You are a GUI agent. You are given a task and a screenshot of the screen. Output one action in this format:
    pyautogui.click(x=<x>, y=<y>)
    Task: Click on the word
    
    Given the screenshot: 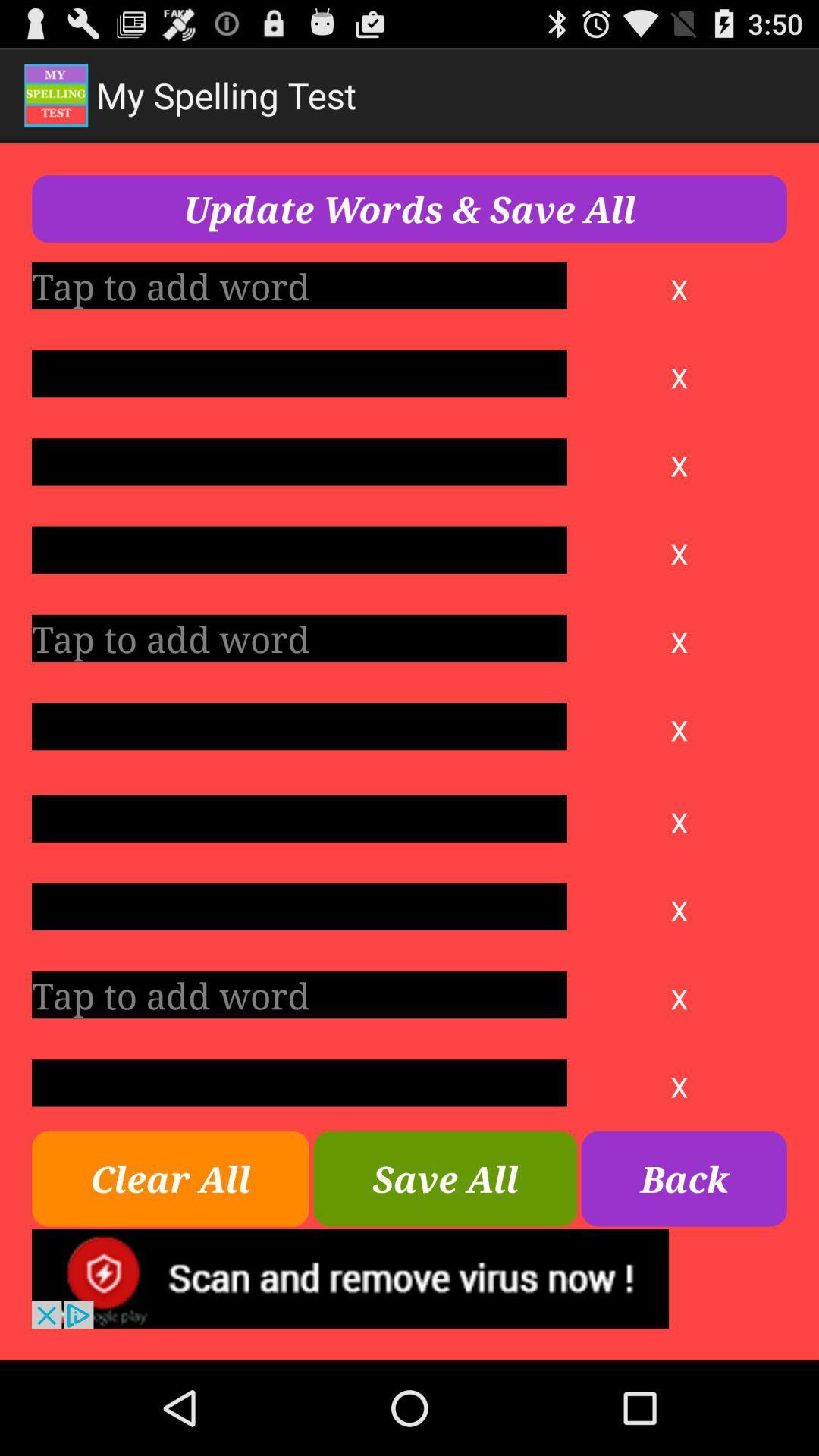 What is the action you would take?
    pyautogui.click(x=299, y=638)
    